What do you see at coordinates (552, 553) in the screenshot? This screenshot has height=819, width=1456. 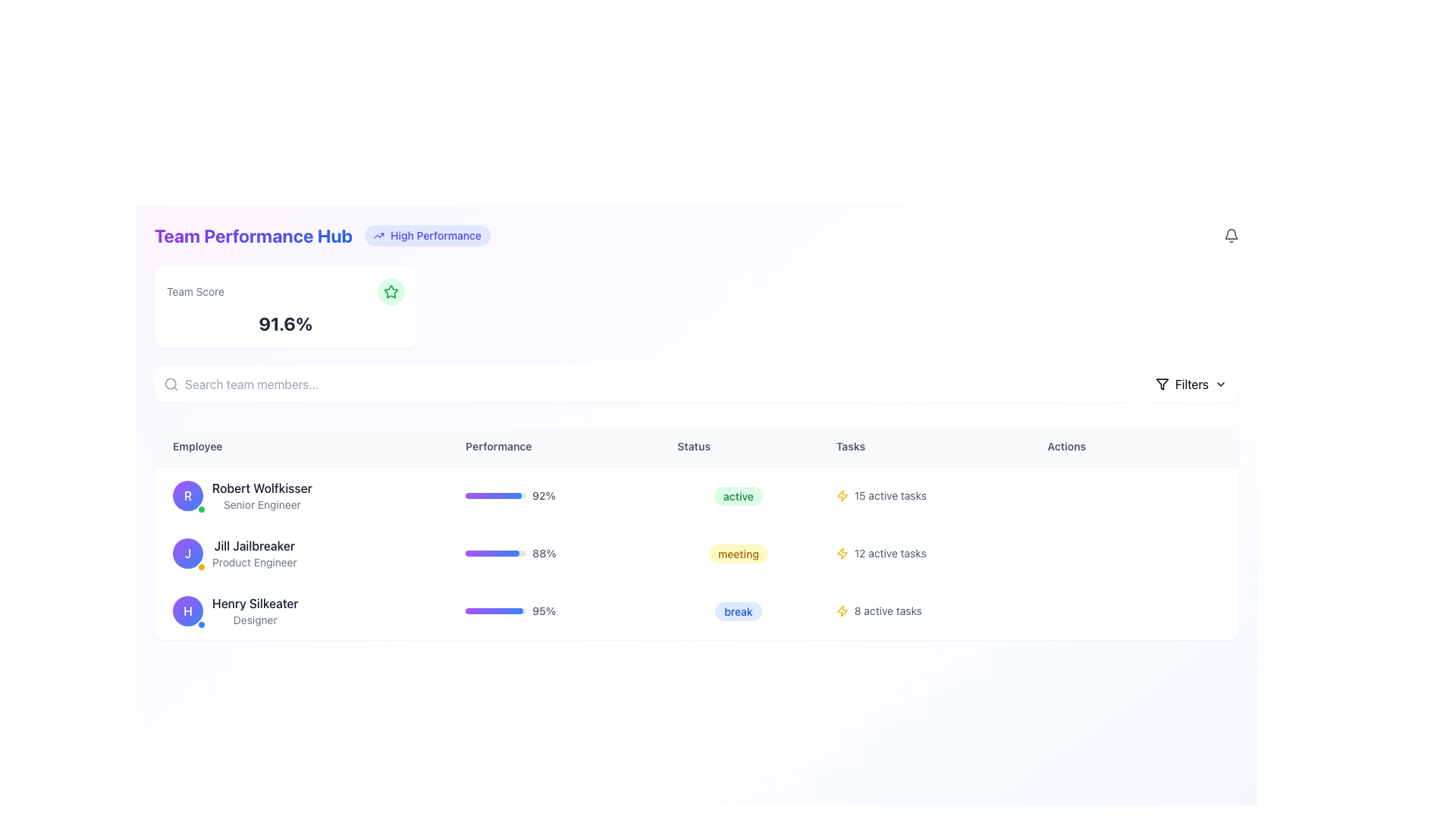 I see `the progress bar indicating '88%' representing Jill Jailbreaker's performance score, which is styled with a gradient from purple to blue and is located in the second row under the 'Performance' column` at bounding box center [552, 553].